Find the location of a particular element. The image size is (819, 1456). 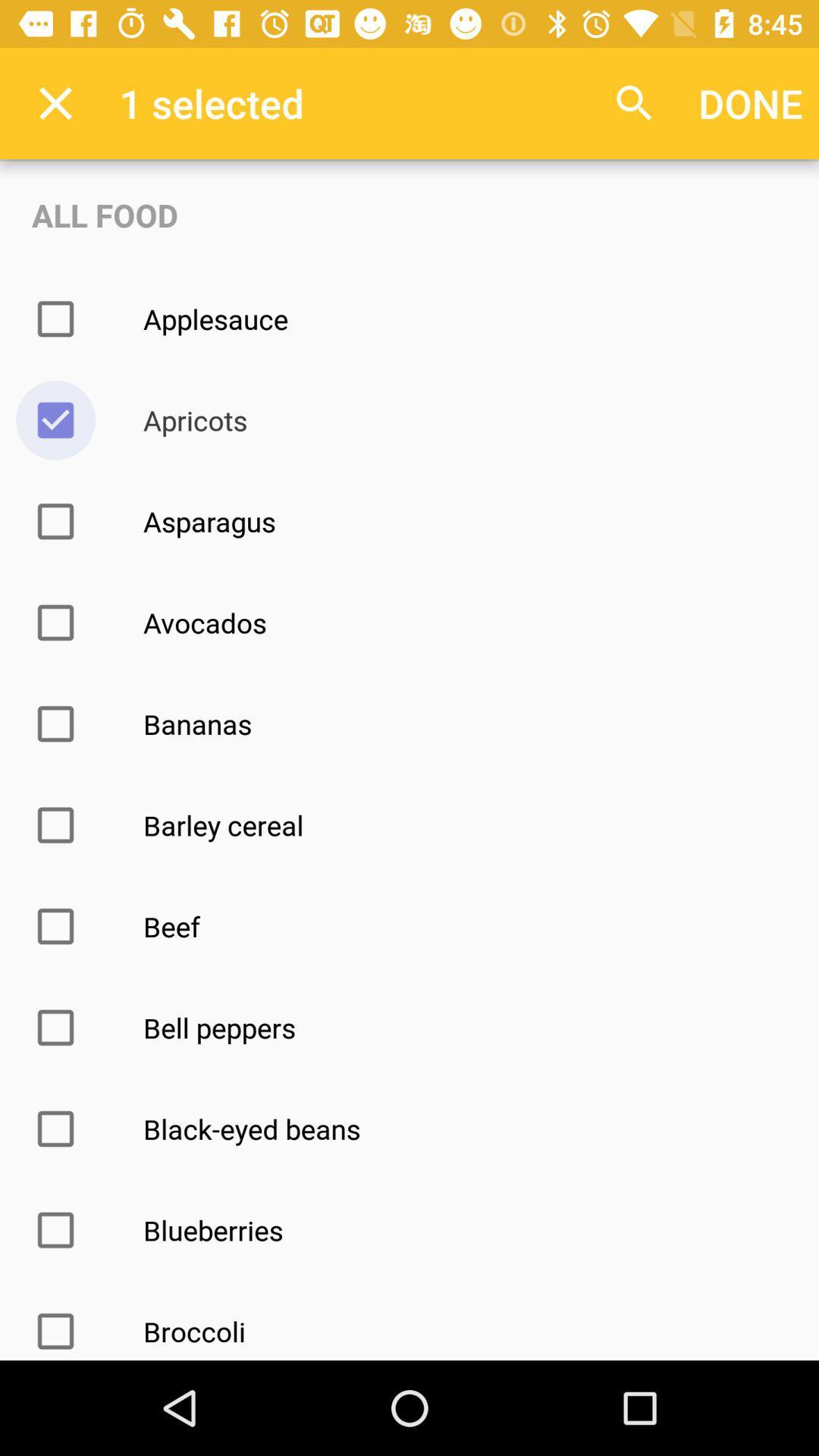

the app next to 1 selected app is located at coordinates (635, 102).